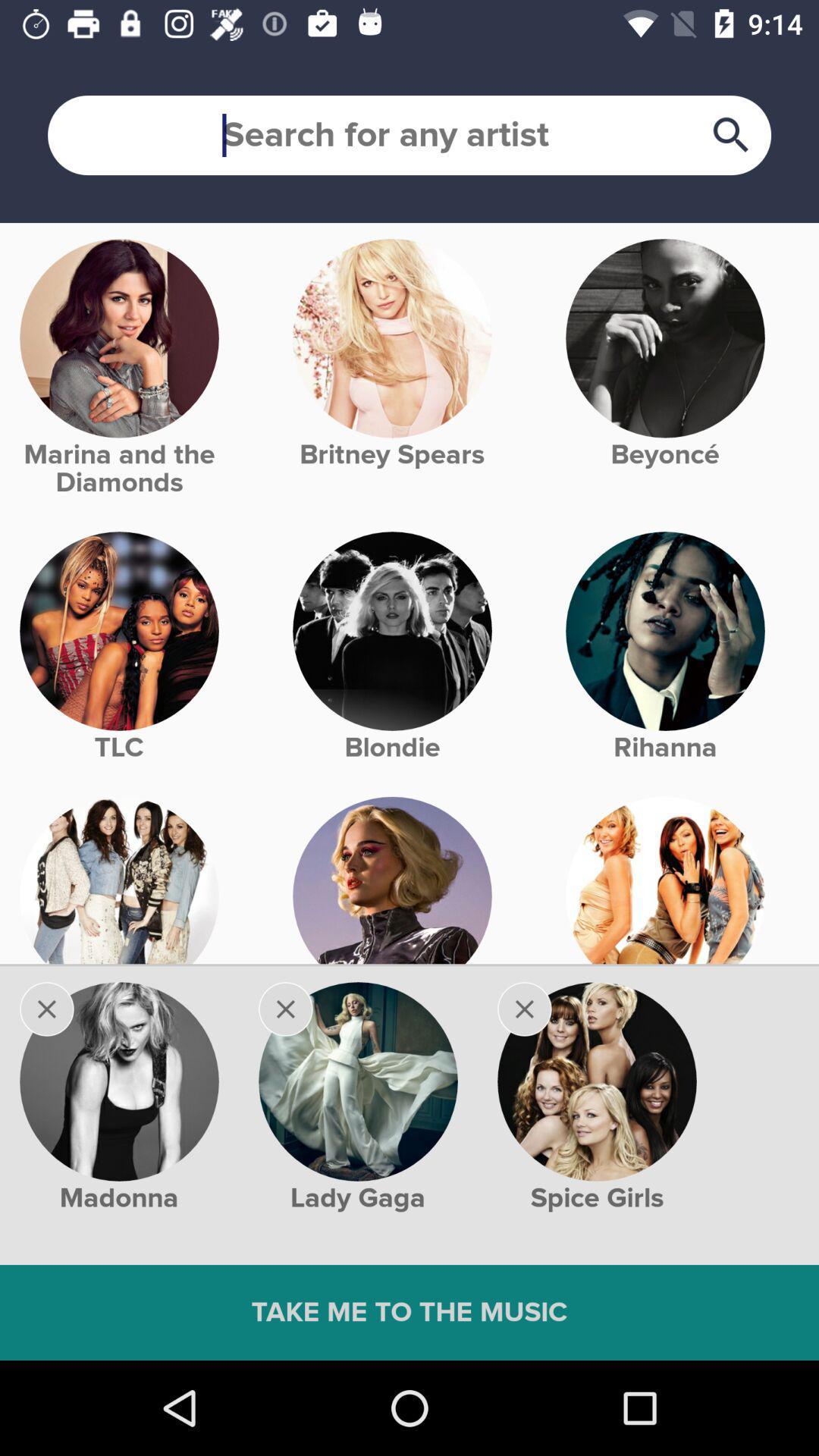 This screenshot has width=819, height=1456. Describe the element at coordinates (409, 135) in the screenshot. I see `search for any artist` at that location.